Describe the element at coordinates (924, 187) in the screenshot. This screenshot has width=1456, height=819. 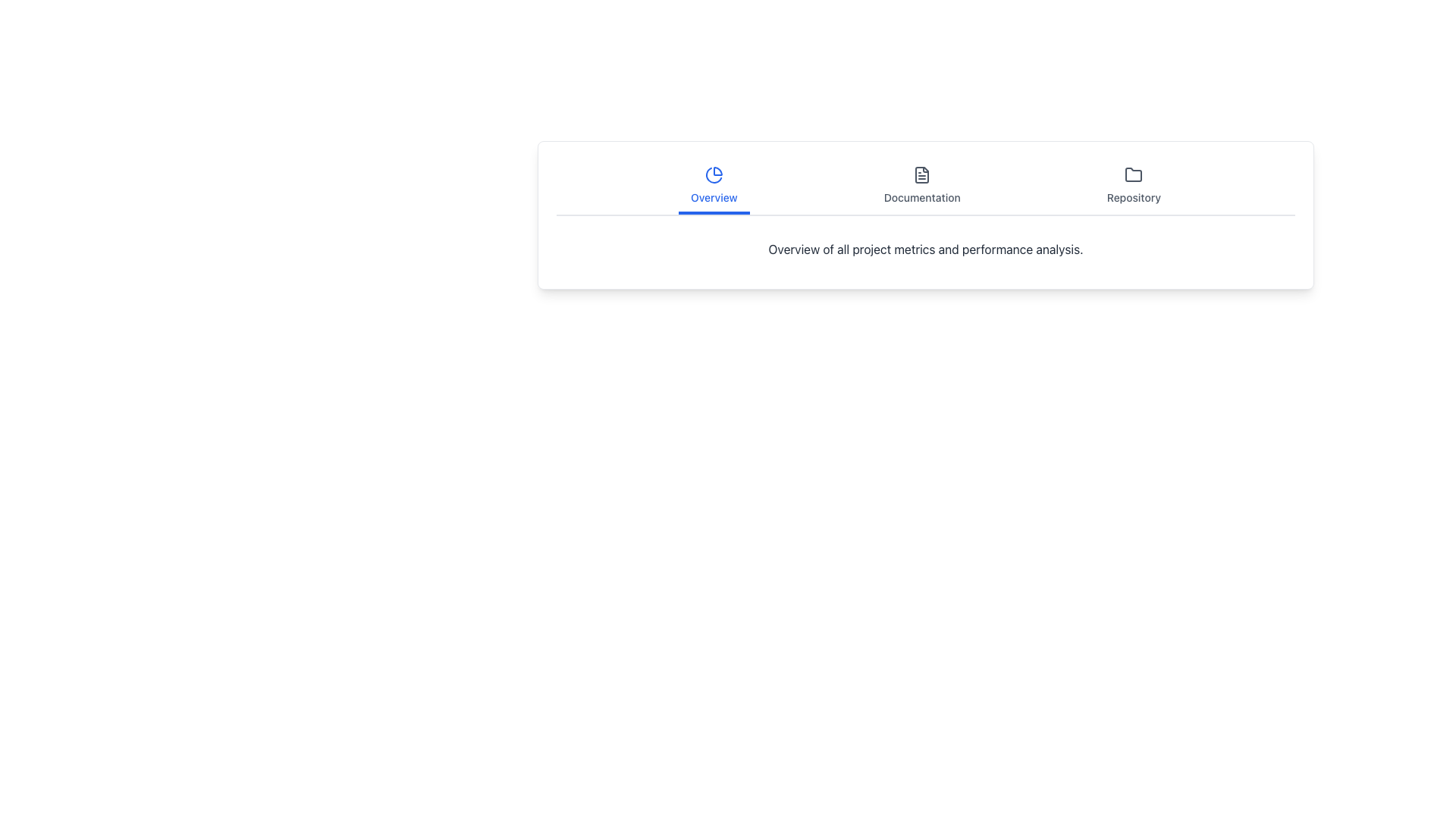
I see `the central 'Documentation' tab in the navigation bar` at that location.